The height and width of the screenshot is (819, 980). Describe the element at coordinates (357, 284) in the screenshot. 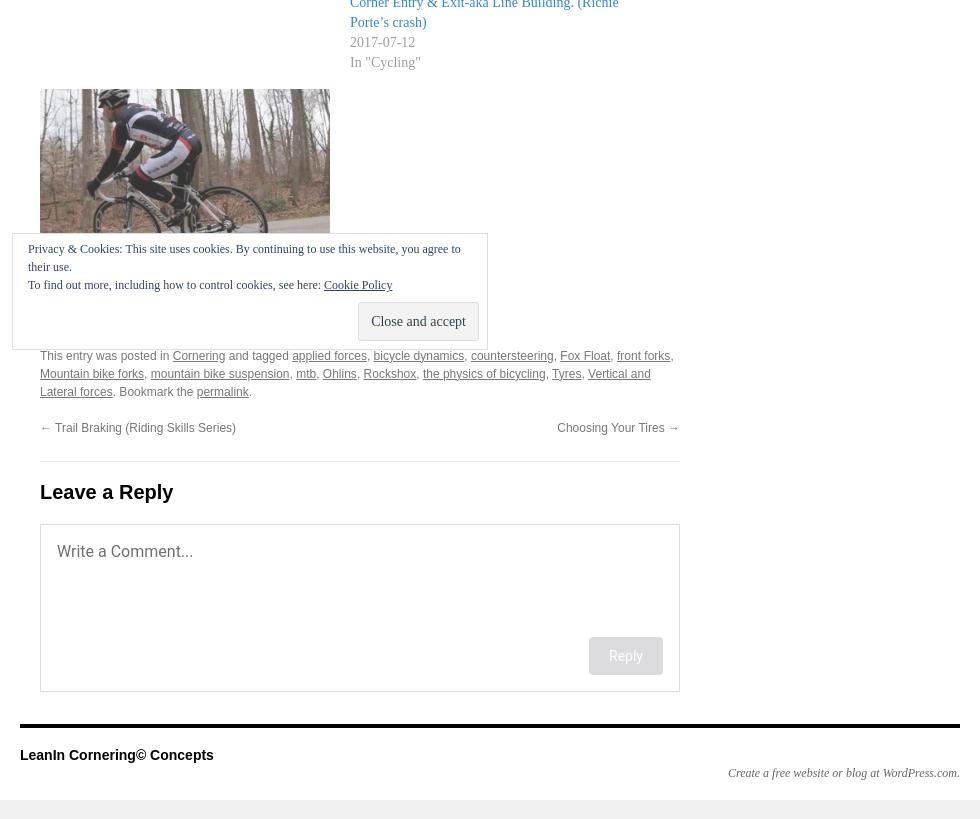

I see `'Cookie Policy'` at that location.